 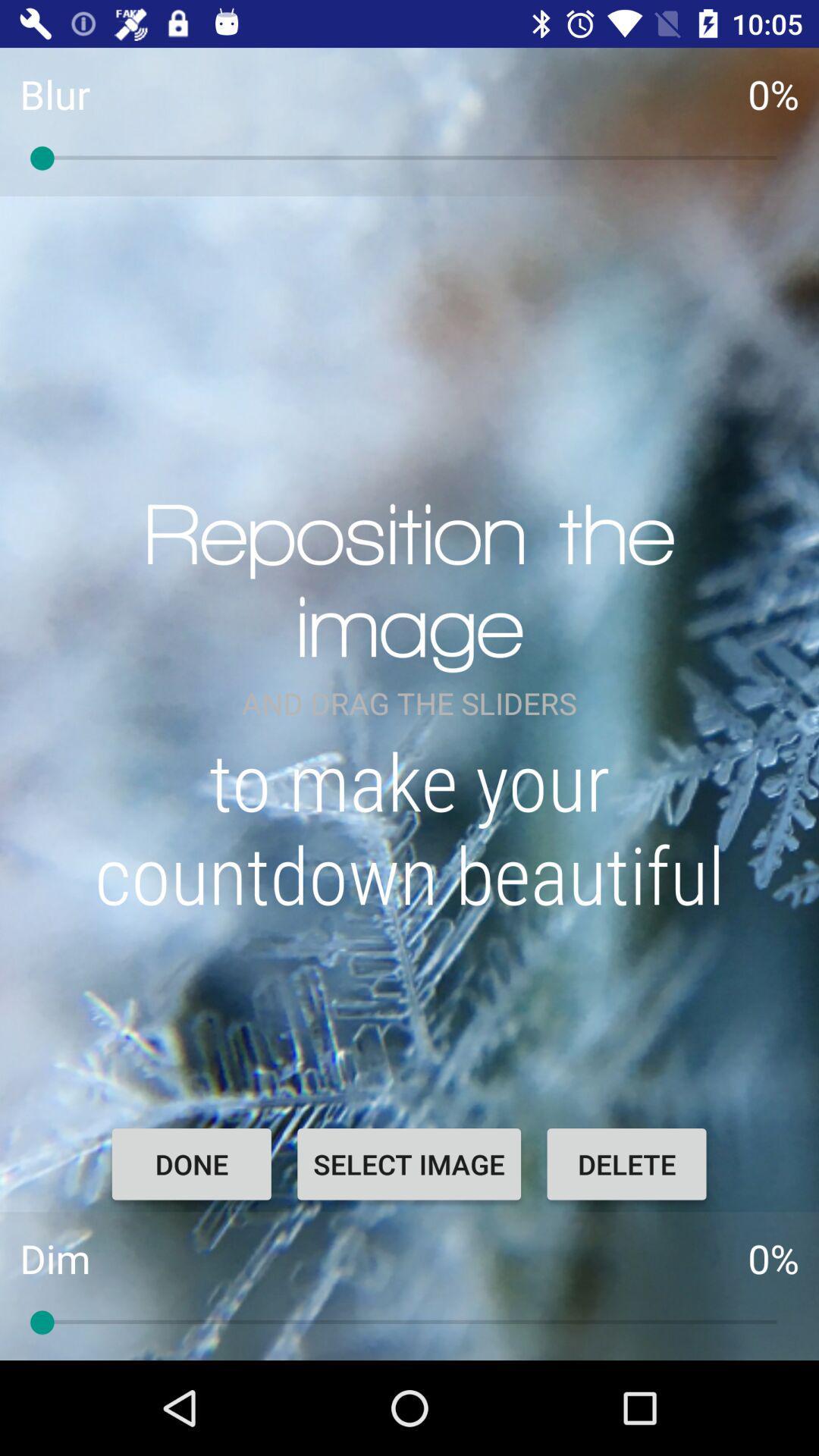 I want to click on item to the right of done item, so click(x=408, y=1163).